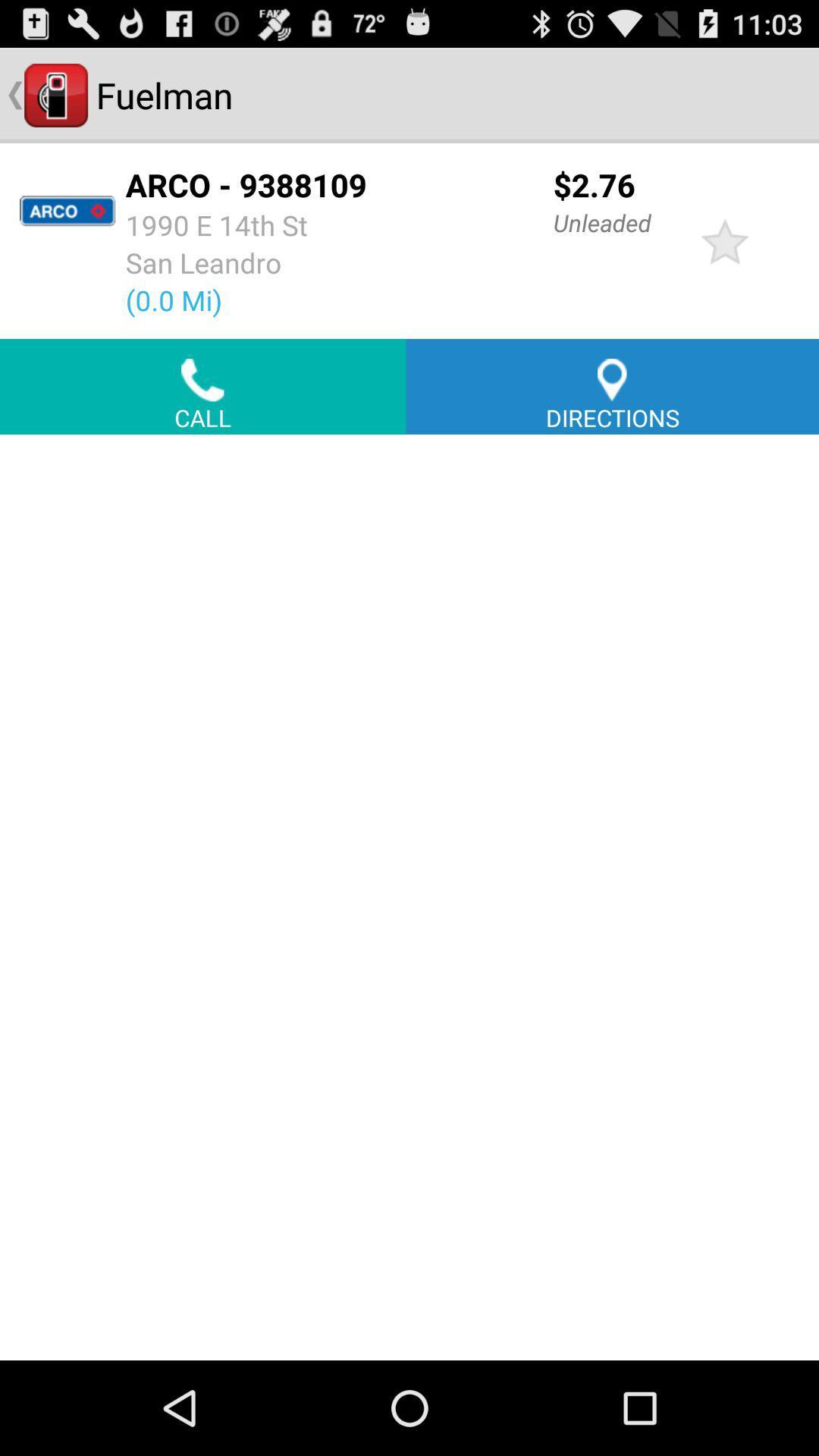  I want to click on the icon above directions icon, so click(724, 240).